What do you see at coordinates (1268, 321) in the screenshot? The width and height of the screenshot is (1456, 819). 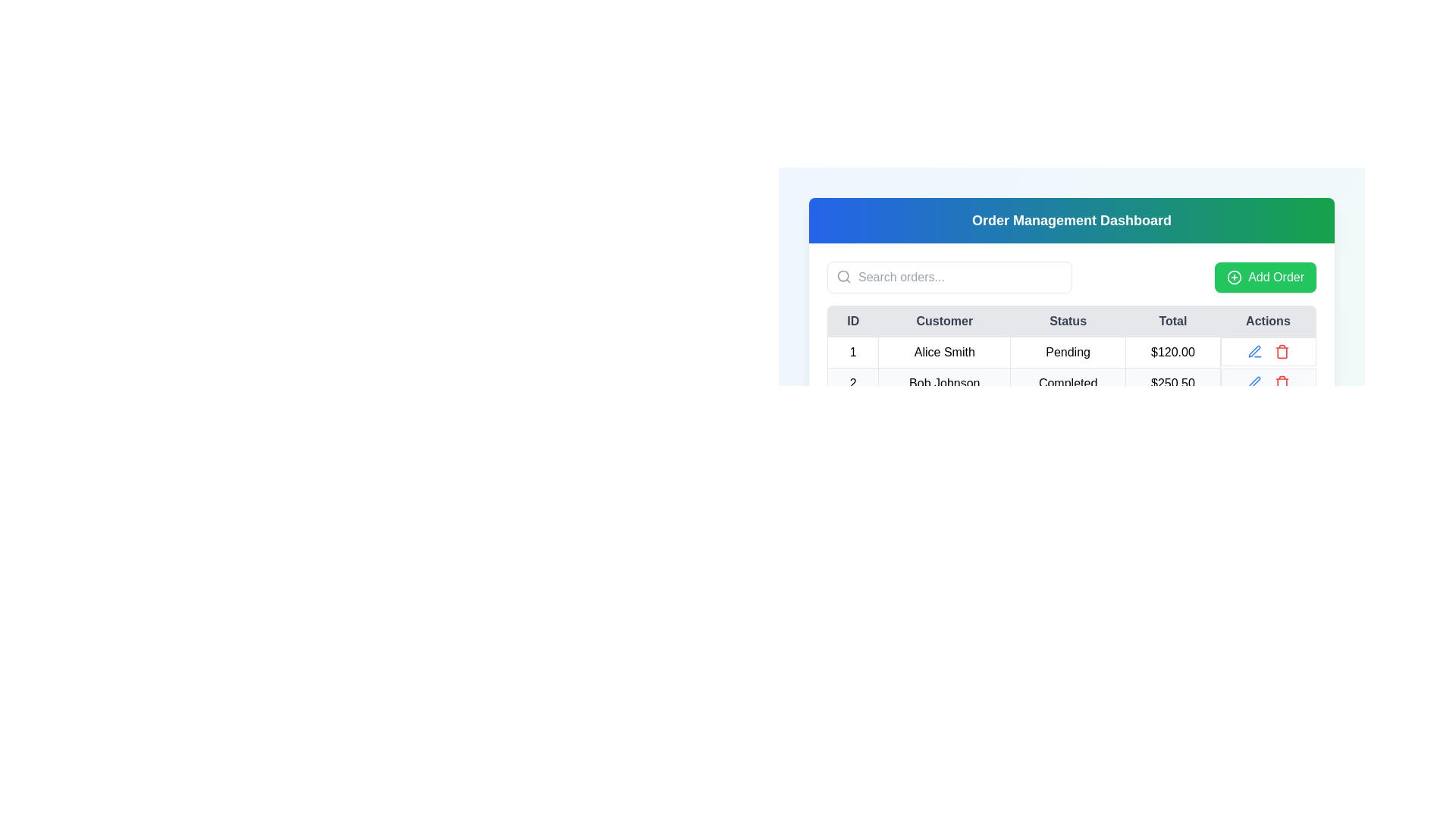 I see `the Text Label that serves as a header for a column in a table, located at the far right of the row containing headers for 'ID,' 'Customer,' 'Status,' and 'Total.'` at bounding box center [1268, 321].